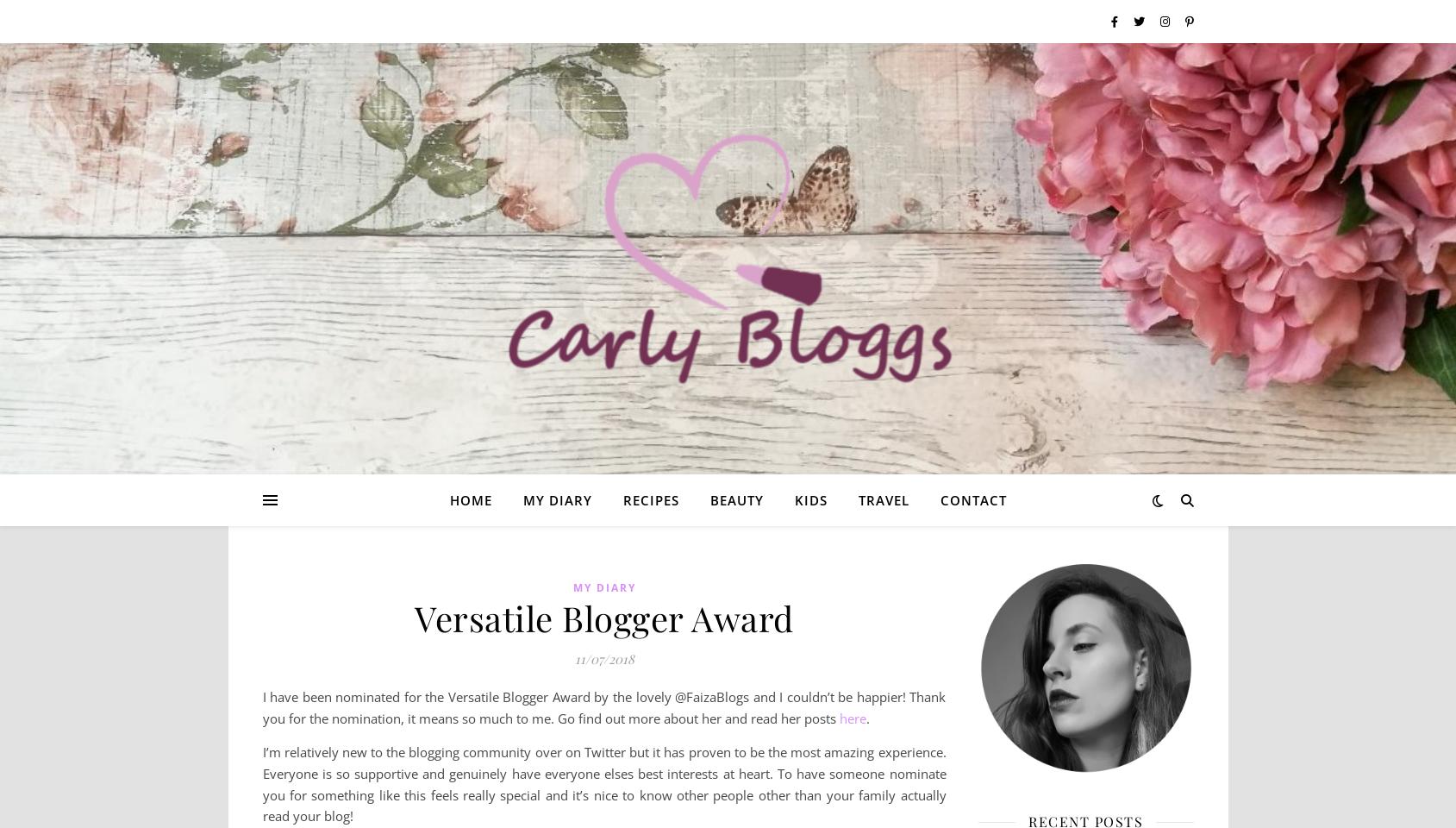 This screenshot has width=1456, height=828. I want to click on '.', so click(865, 718).